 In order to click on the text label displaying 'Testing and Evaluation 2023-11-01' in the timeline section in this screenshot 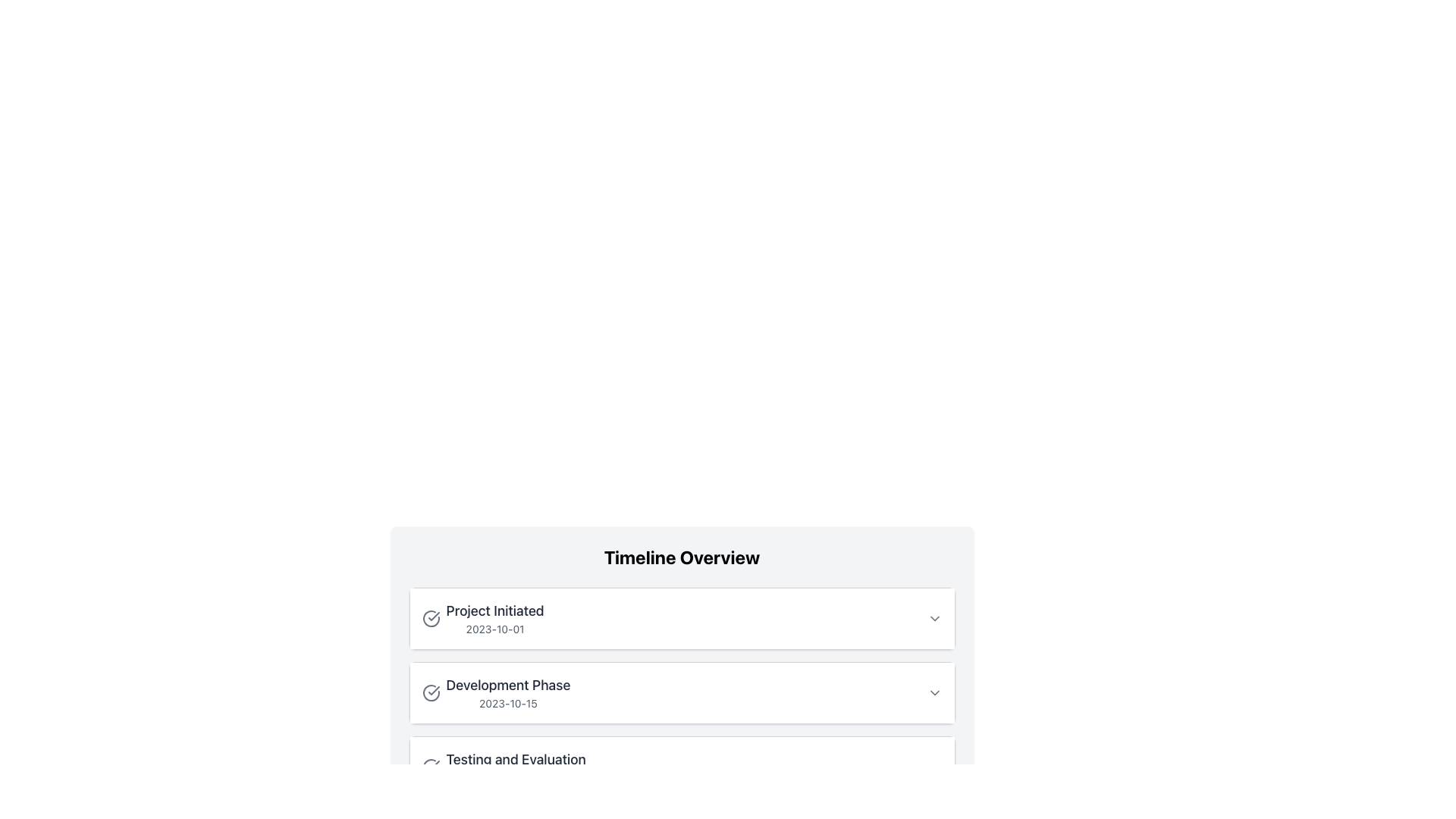, I will do `click(503, 767)`.